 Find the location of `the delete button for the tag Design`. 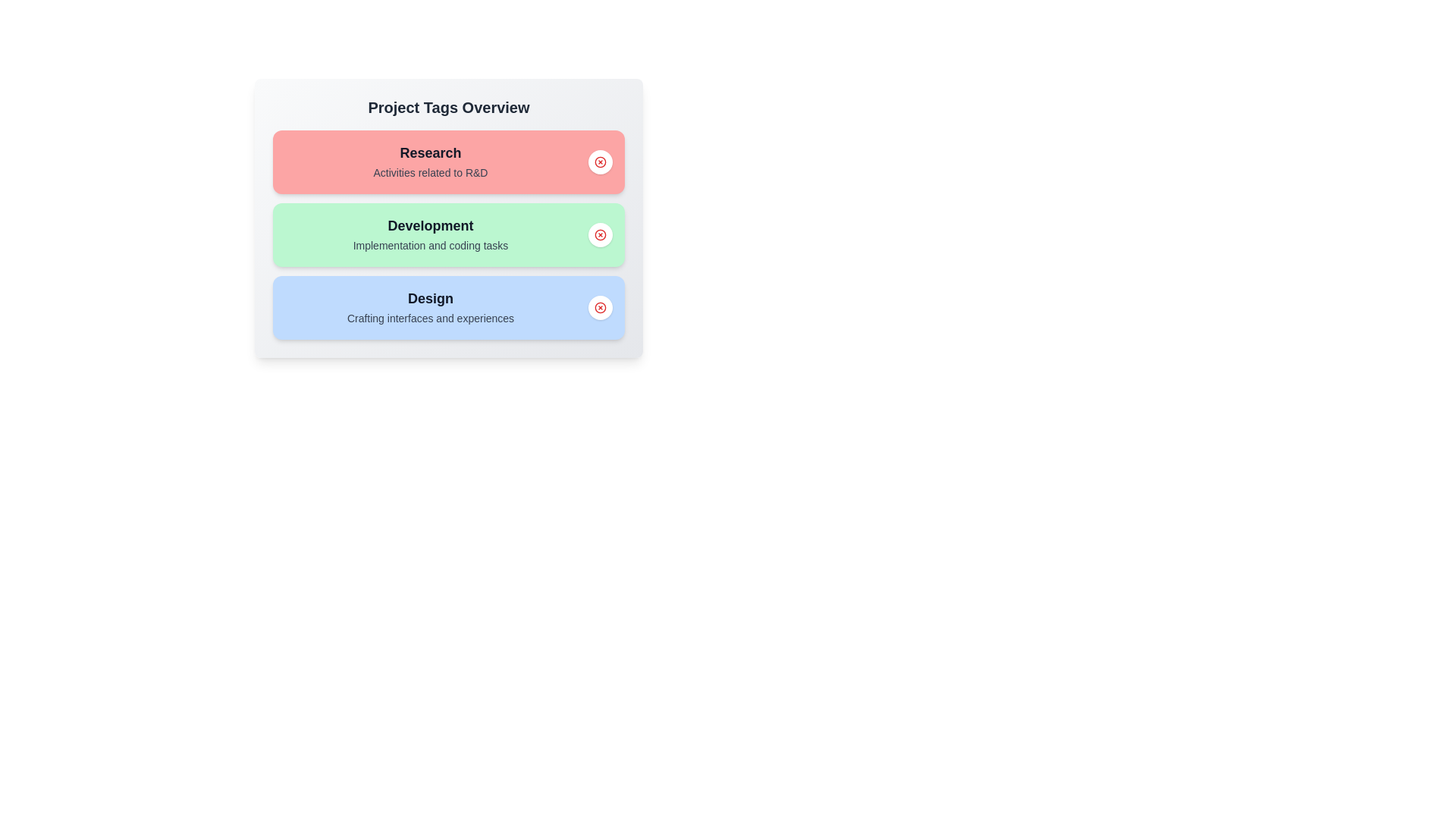

the delete button for the tag Design is located at coordinates (600, 307).